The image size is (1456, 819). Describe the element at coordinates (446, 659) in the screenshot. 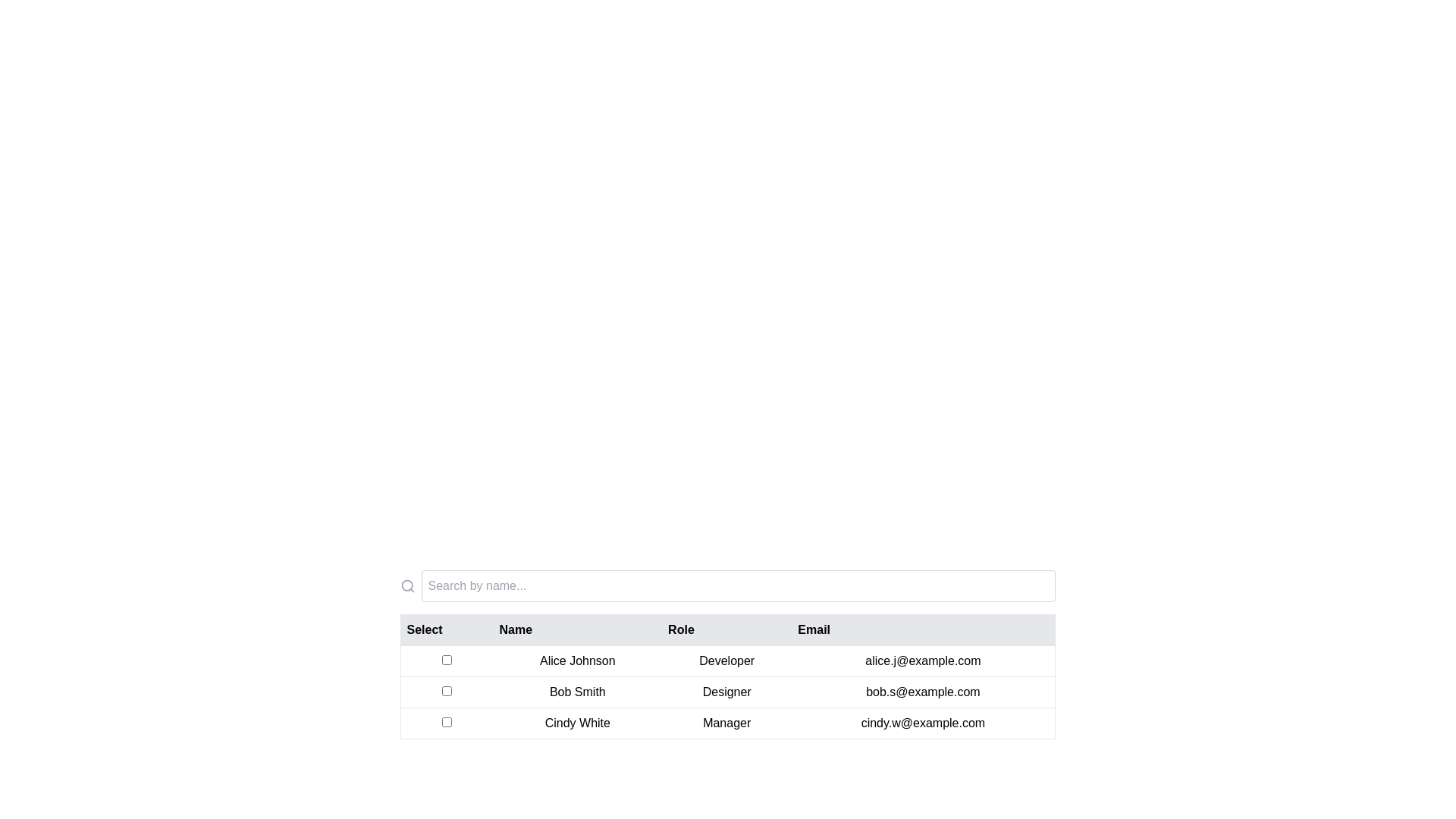

I see `the checkbox in the leftmost column of the table` at that location.